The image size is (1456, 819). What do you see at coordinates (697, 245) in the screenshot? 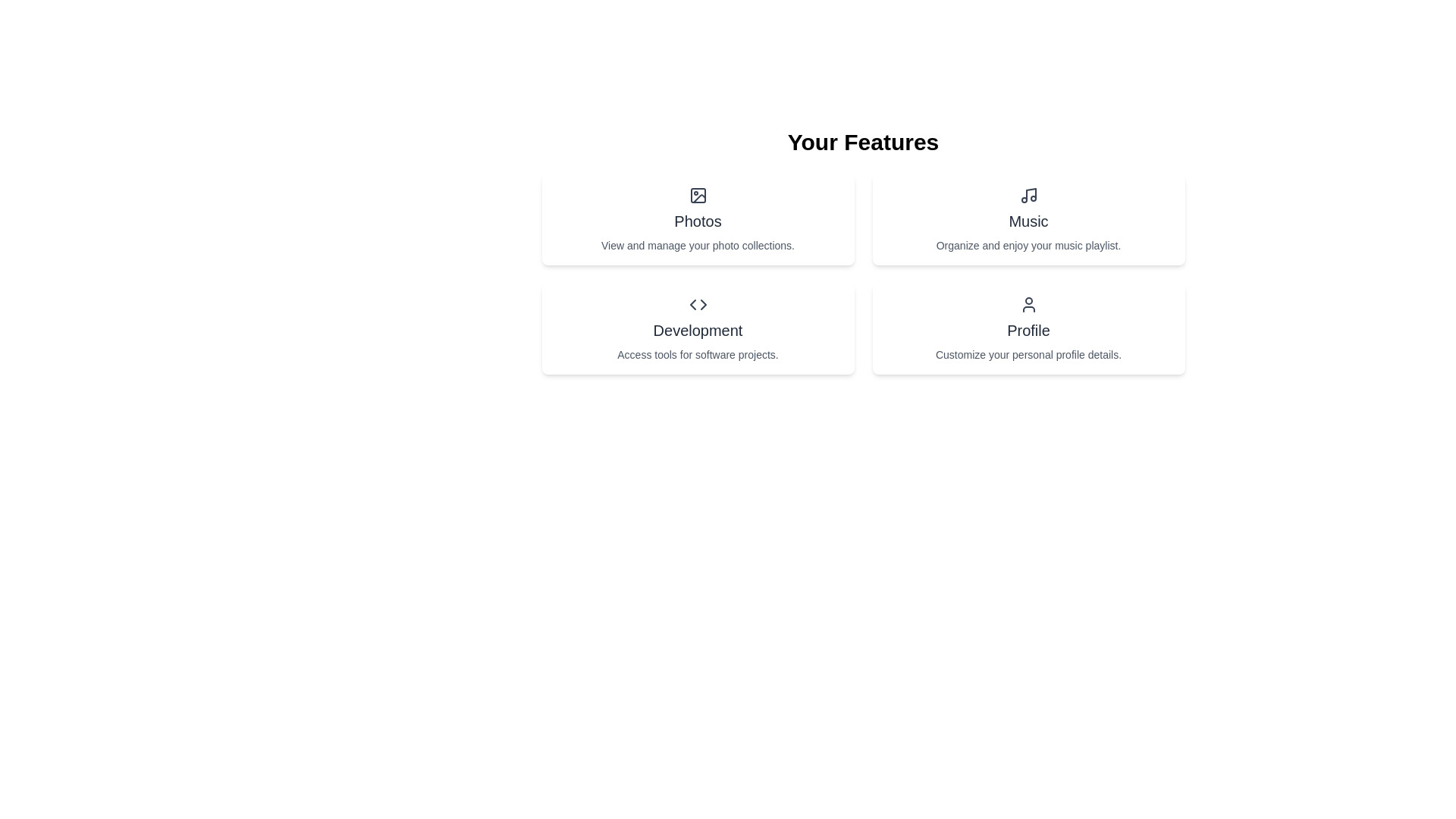
I see `the Text display component located at the bottom of the 'Photos' card, which provides additional information about the content or functionality associated with the card` at bounding box center [697, 245].